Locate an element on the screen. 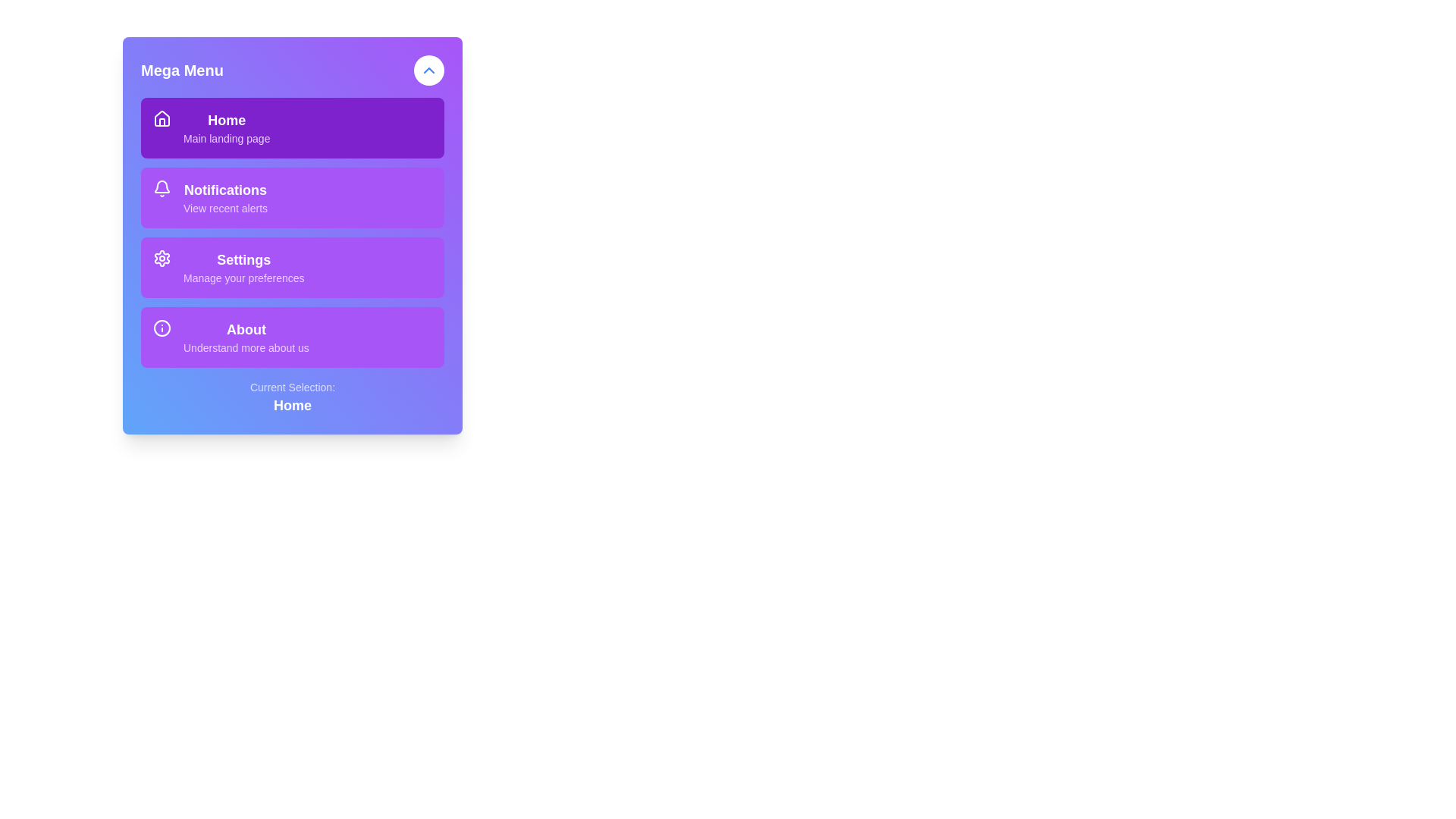 This screenshot has width=1456, height=819. the 'Settings' text label located in the purple-themed sidebar, which is the third item in the vertical list of menu options, positioned between 'Notifications' and 'About' is located at coordinates (243, 267).